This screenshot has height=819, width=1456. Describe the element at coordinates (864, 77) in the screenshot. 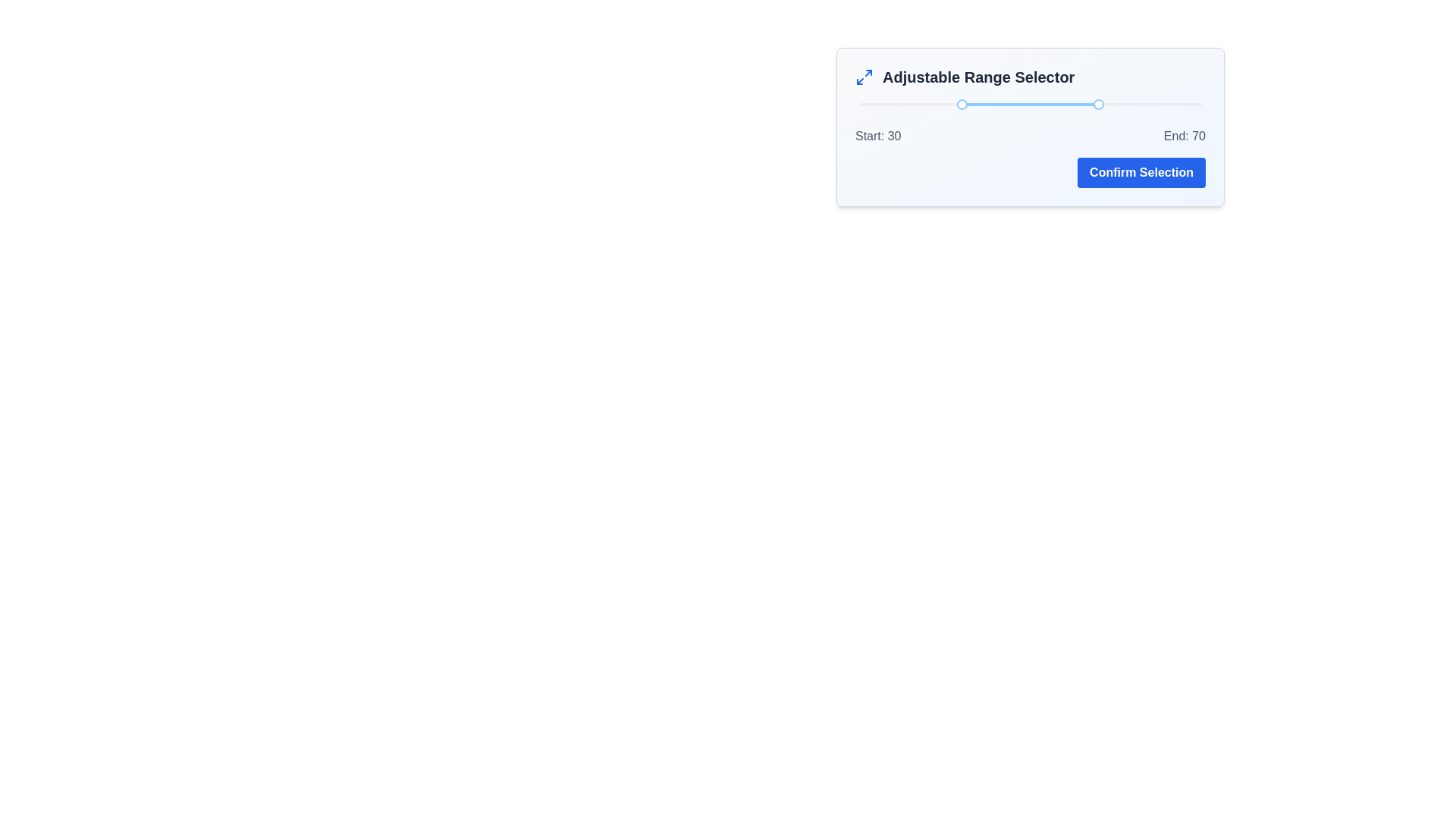

I see `the blue icon button resembling two arrows pointing diagonally outward, which is used for maximization` at that location.